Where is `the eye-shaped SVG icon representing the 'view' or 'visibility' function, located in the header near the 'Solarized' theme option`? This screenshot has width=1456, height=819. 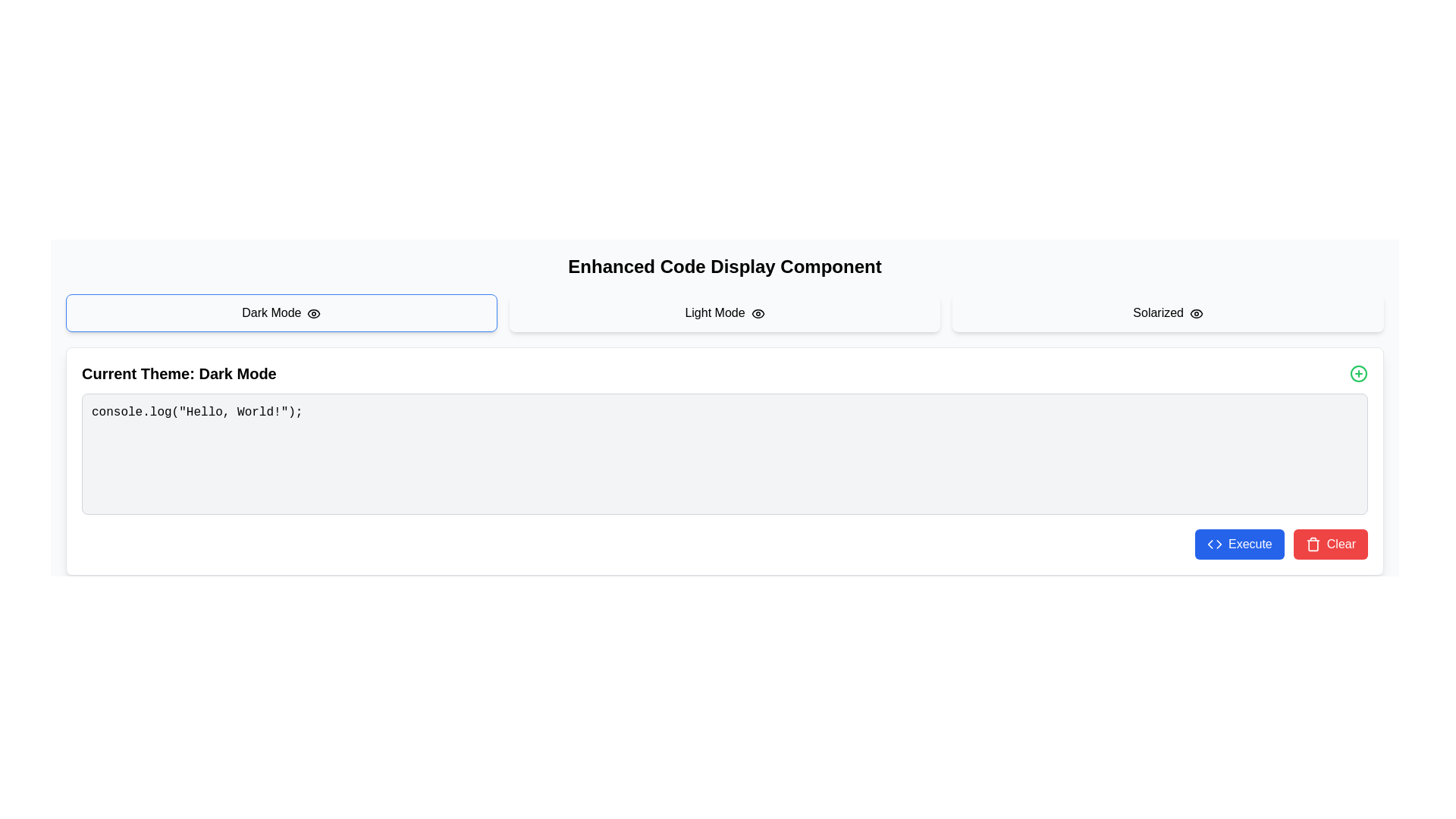
the eye-shaped SVG icon representing the 'view' or 'visibility' function, located in the header near the 'Solarized' theme option is located at coordinates (1196, 312).